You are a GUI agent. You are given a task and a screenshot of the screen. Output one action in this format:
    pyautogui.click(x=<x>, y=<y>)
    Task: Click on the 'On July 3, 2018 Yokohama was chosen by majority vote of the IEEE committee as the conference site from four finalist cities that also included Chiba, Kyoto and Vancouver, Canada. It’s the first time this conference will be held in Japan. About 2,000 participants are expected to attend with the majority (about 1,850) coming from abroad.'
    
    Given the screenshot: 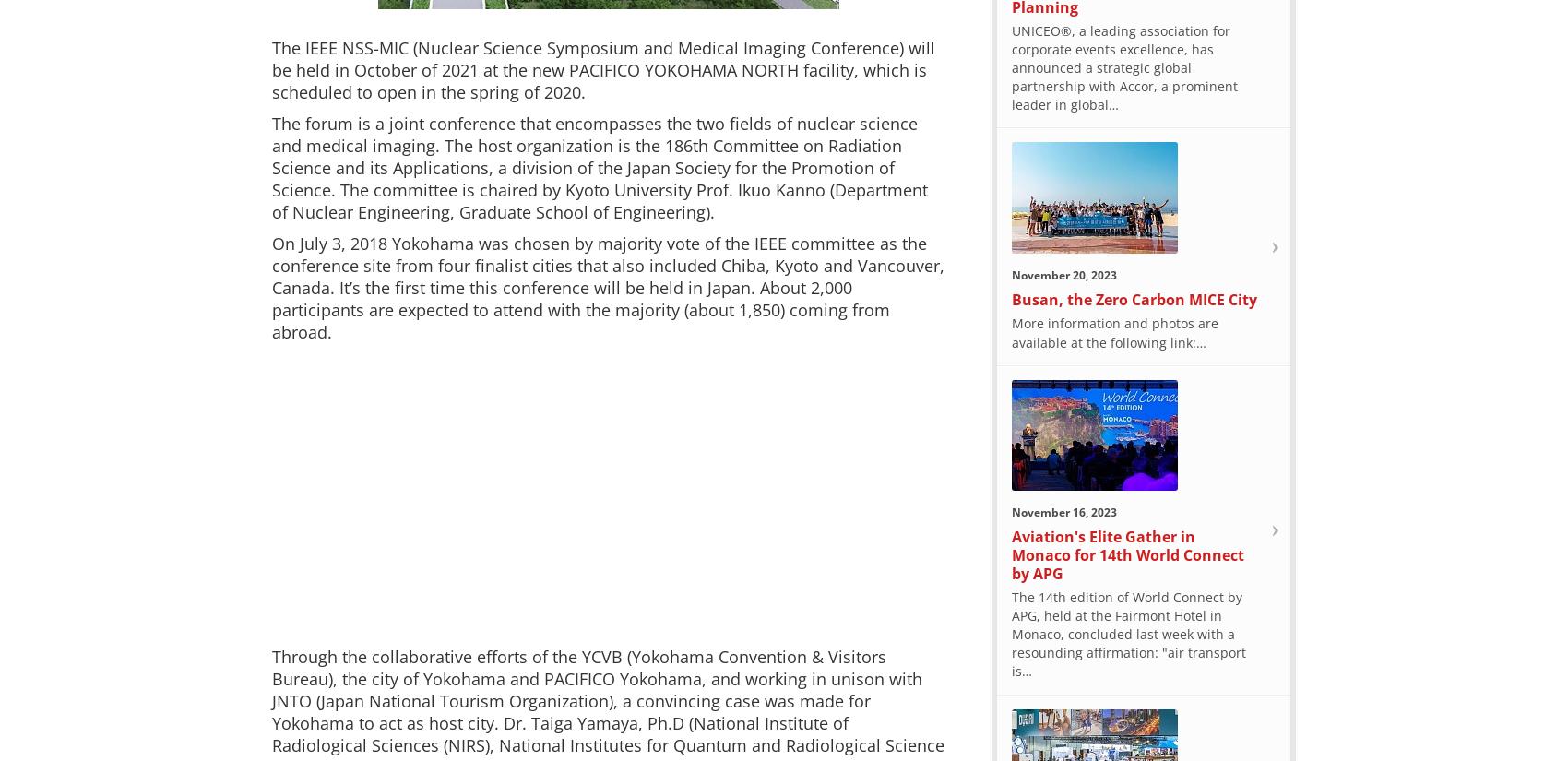 What is the action you would take?
    pyautogui.click(x=608, y=287)
    